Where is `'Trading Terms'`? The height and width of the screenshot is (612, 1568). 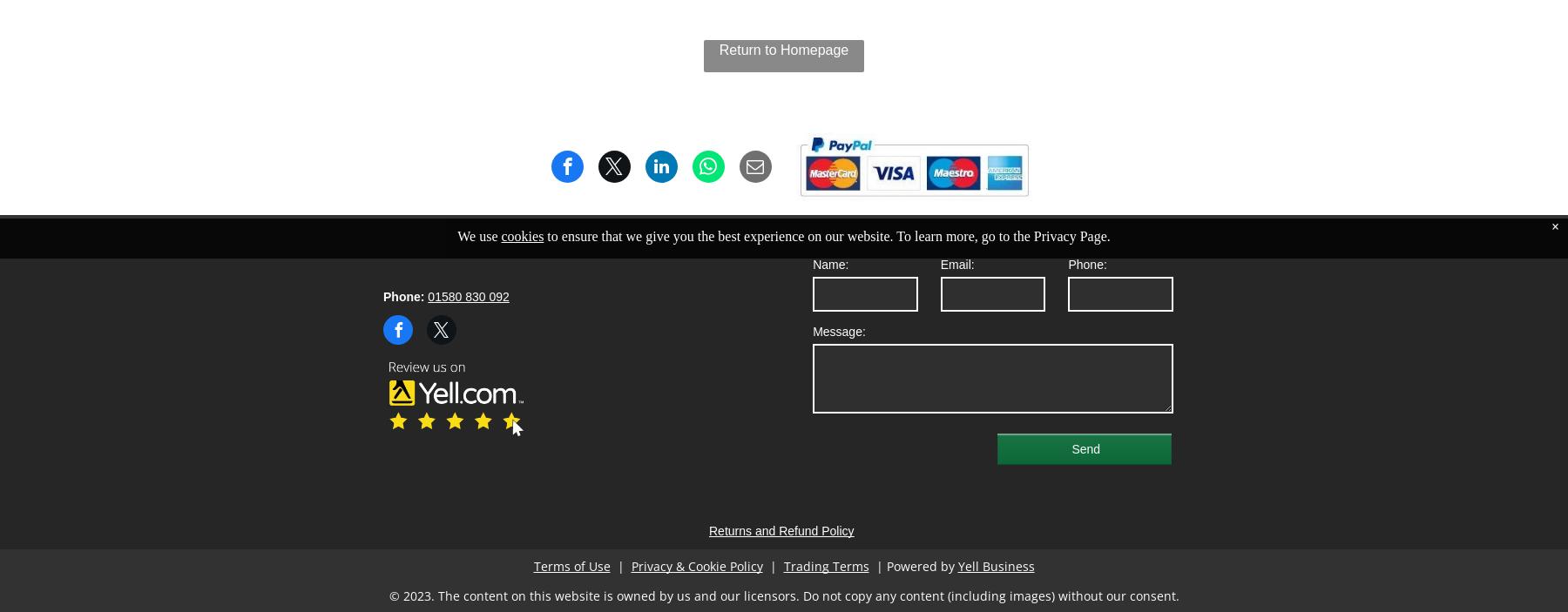
'Trading Terms' is located at coordinates (825, 566).